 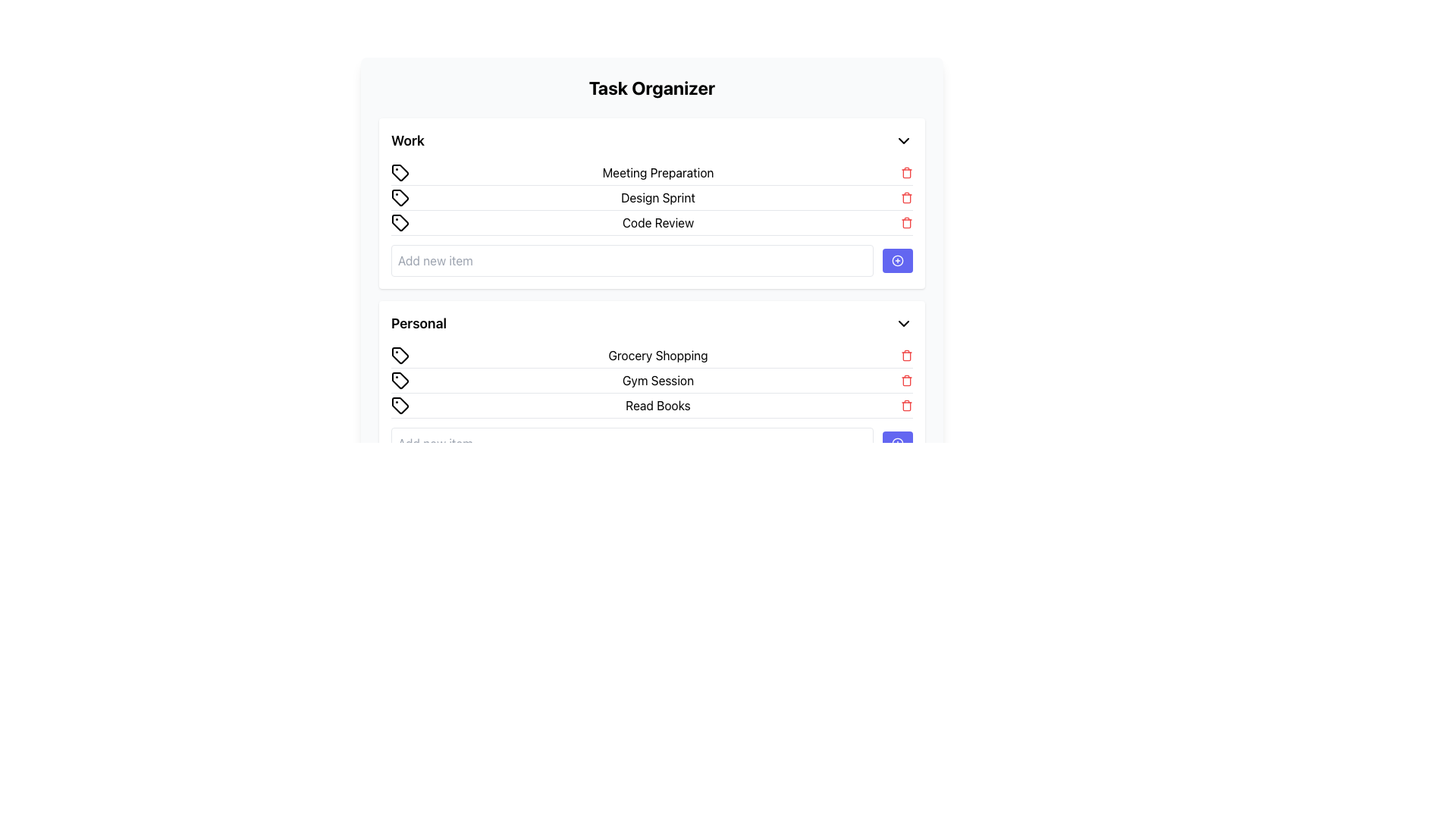 I want to click on the 'Personal' section of the Task Organizer interface to interact with the items categorized under it, so click(x=651, y=385).